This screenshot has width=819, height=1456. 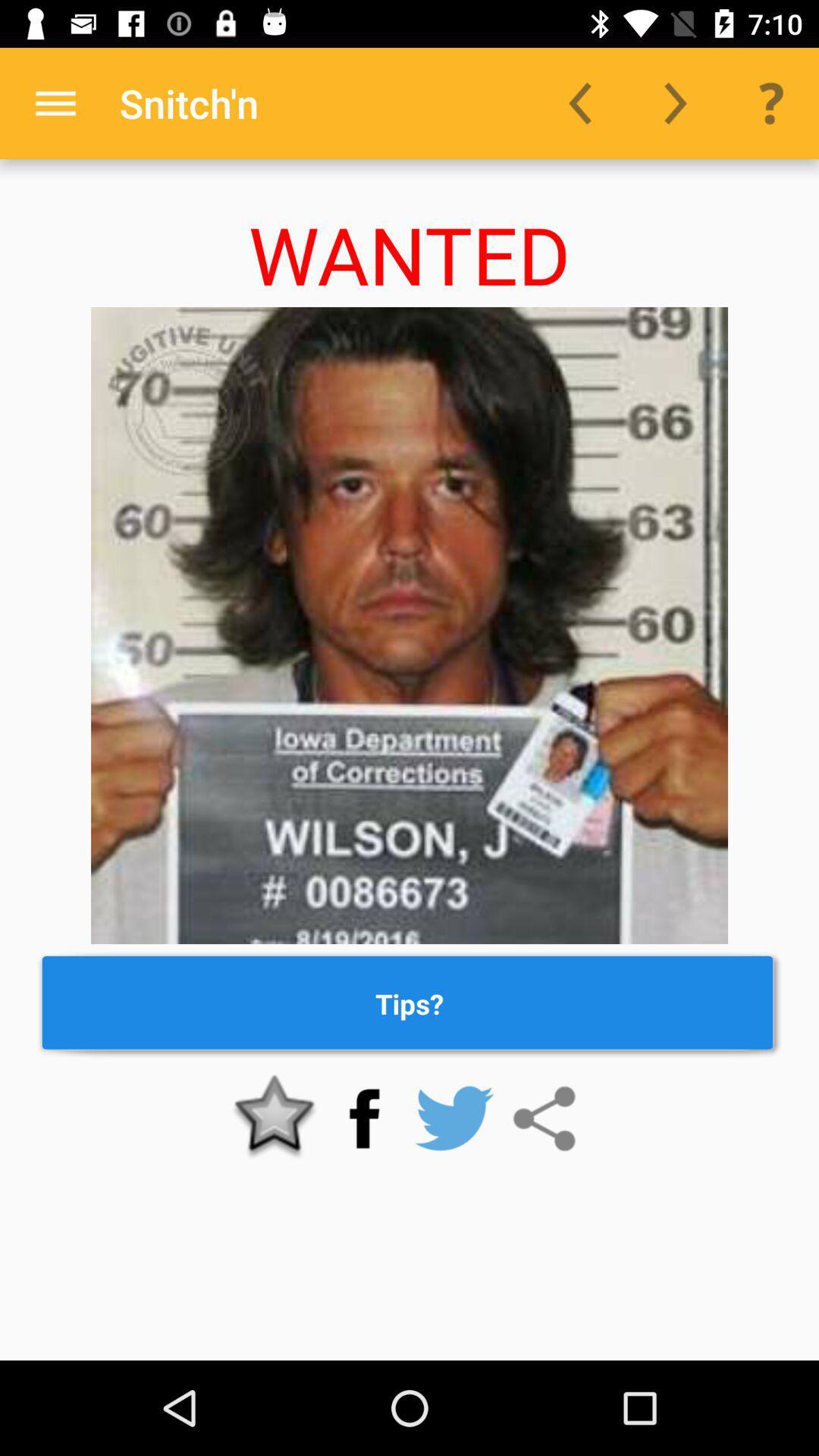 I want to click on share on twitter, so click(x=453, y=1119).